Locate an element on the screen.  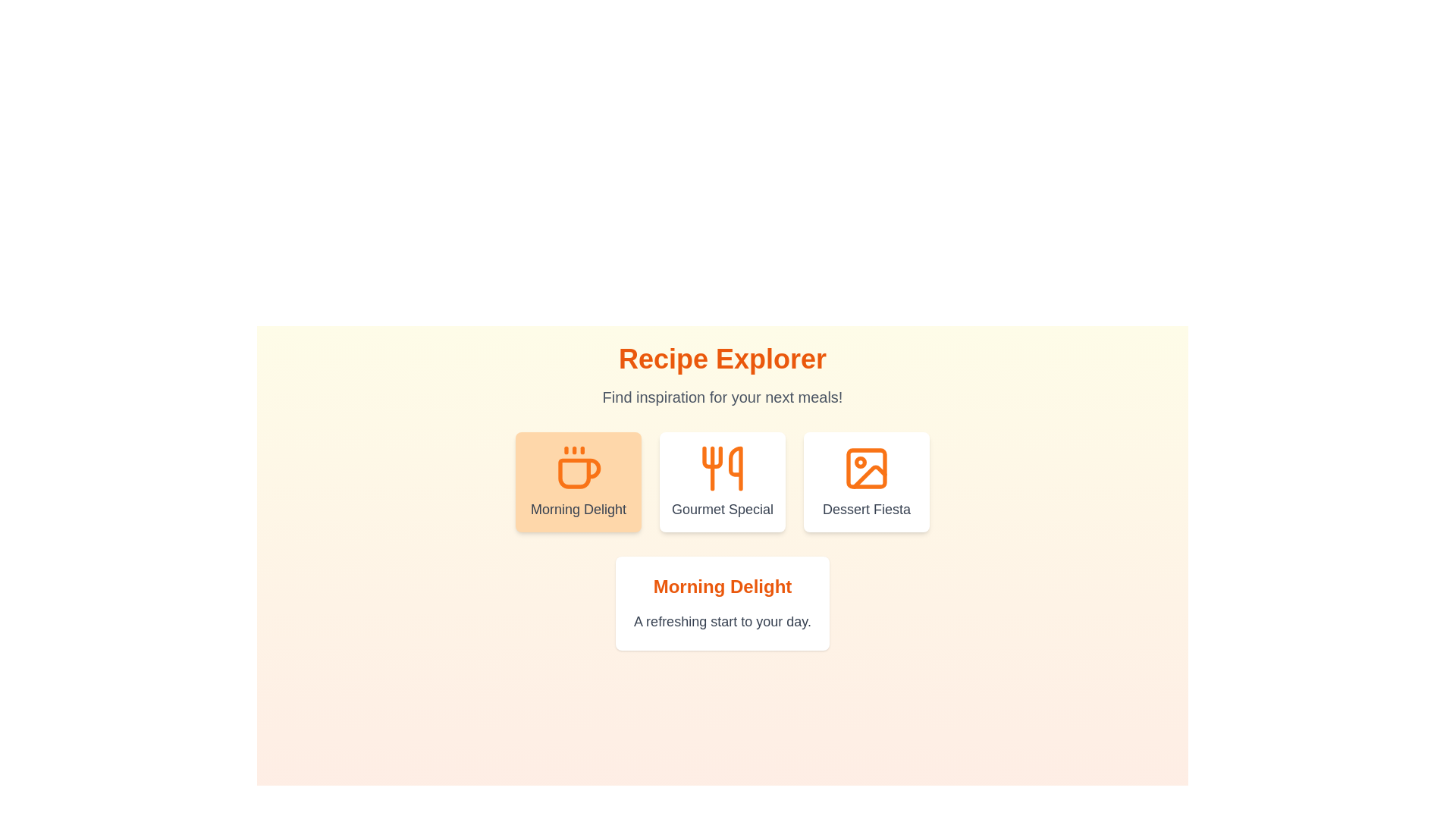
the 'Morning Delight' icon is located at coordinates (578, 467).